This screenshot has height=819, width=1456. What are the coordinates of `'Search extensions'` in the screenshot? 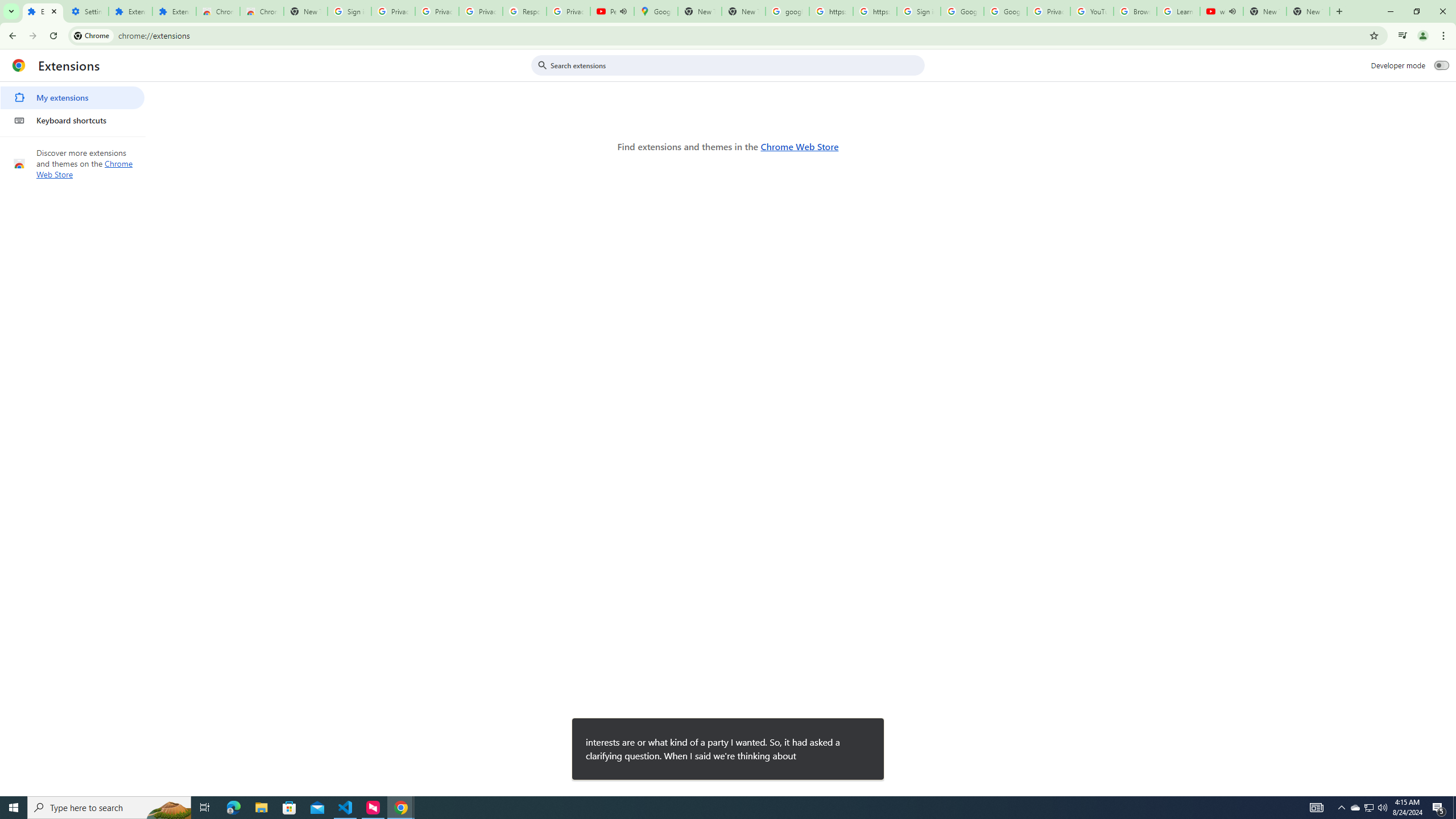 It's located at (735, 65).